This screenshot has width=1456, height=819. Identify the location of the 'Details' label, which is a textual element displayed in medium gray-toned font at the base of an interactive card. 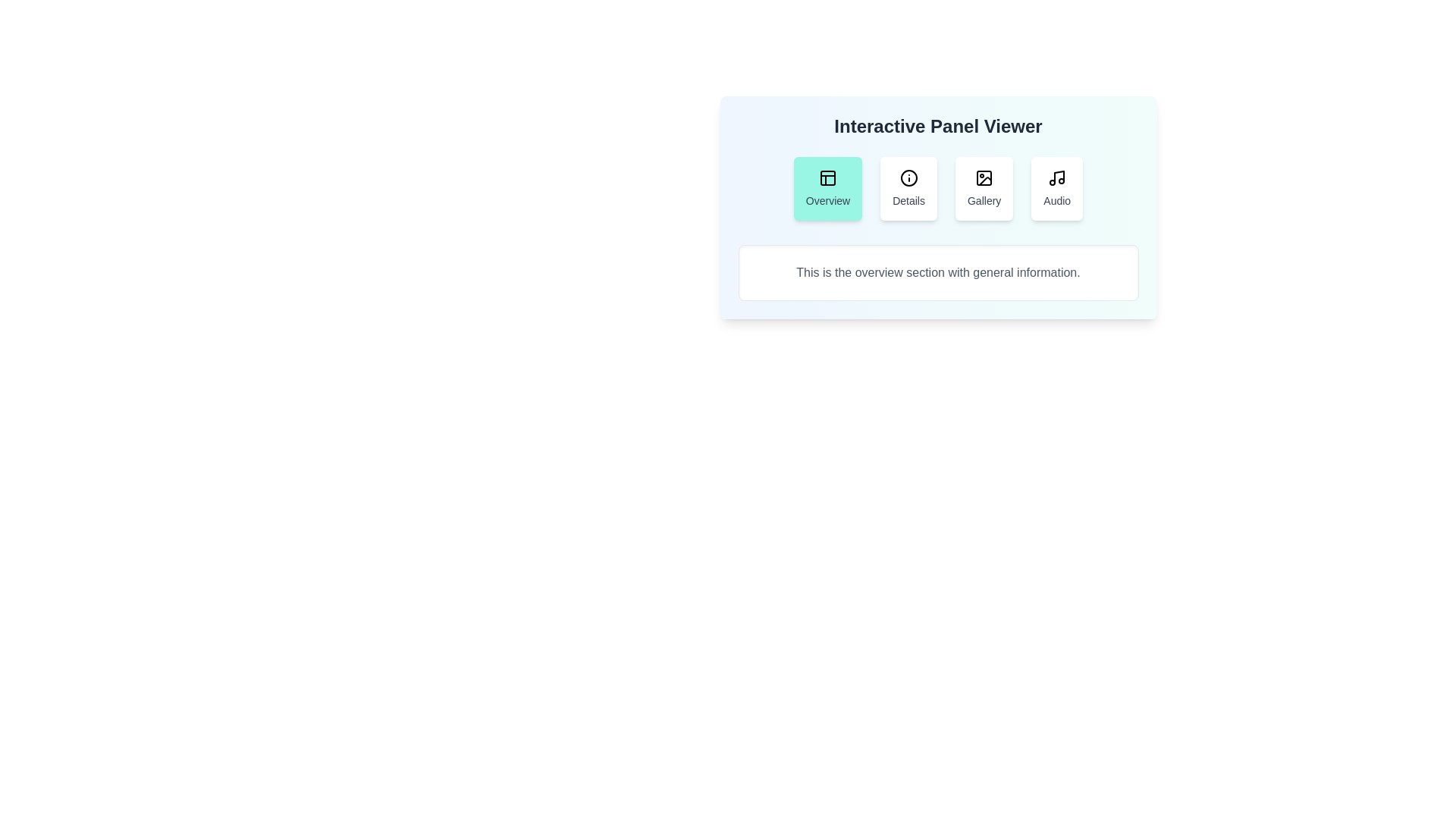
(908, 200).